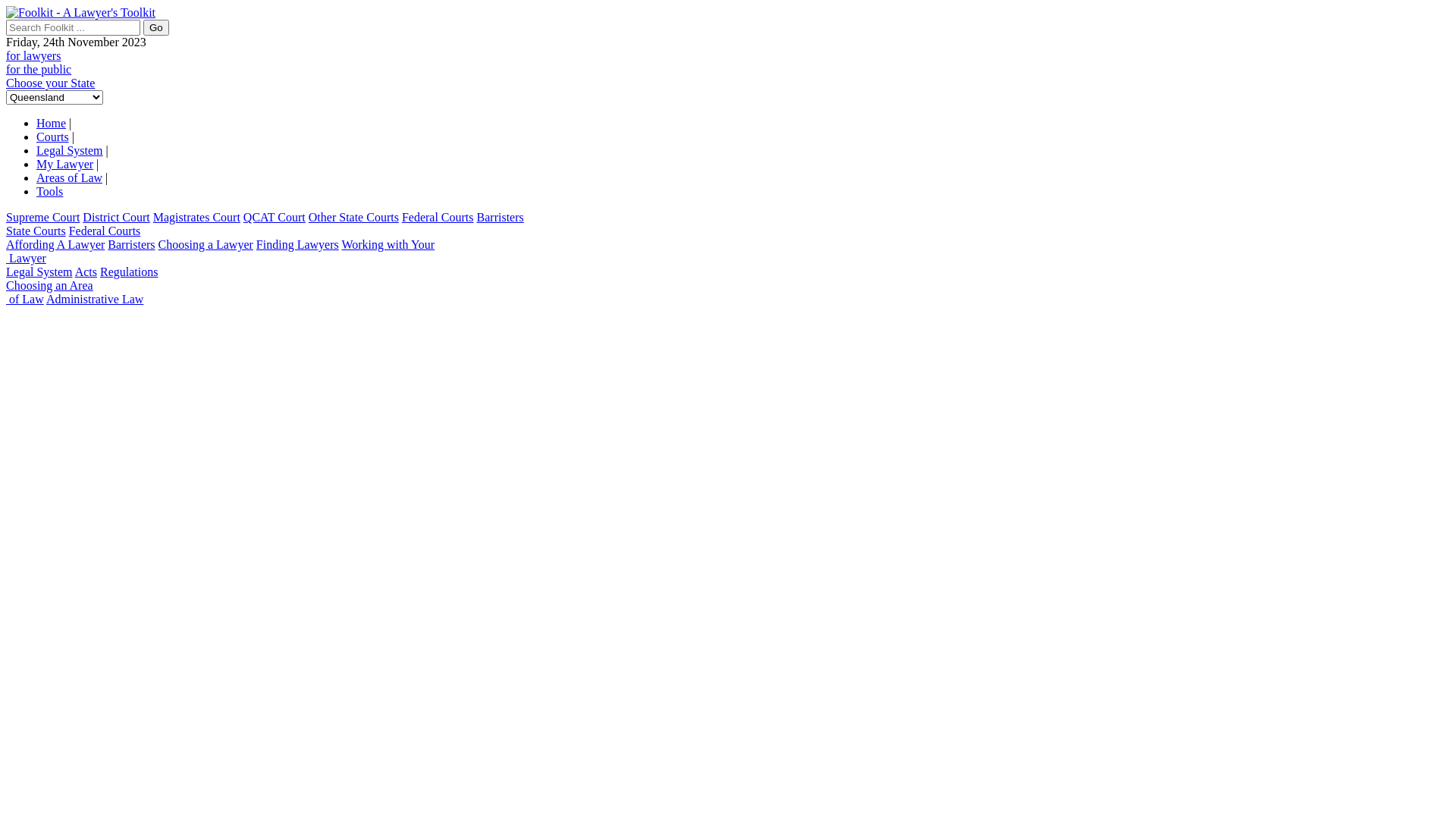 The height and width of the screenshot is (819, 1456). What do you see at coordinates (308, 217) in the screenshot?
I see `'Other State Courts'` at bounding box center [308, 217].